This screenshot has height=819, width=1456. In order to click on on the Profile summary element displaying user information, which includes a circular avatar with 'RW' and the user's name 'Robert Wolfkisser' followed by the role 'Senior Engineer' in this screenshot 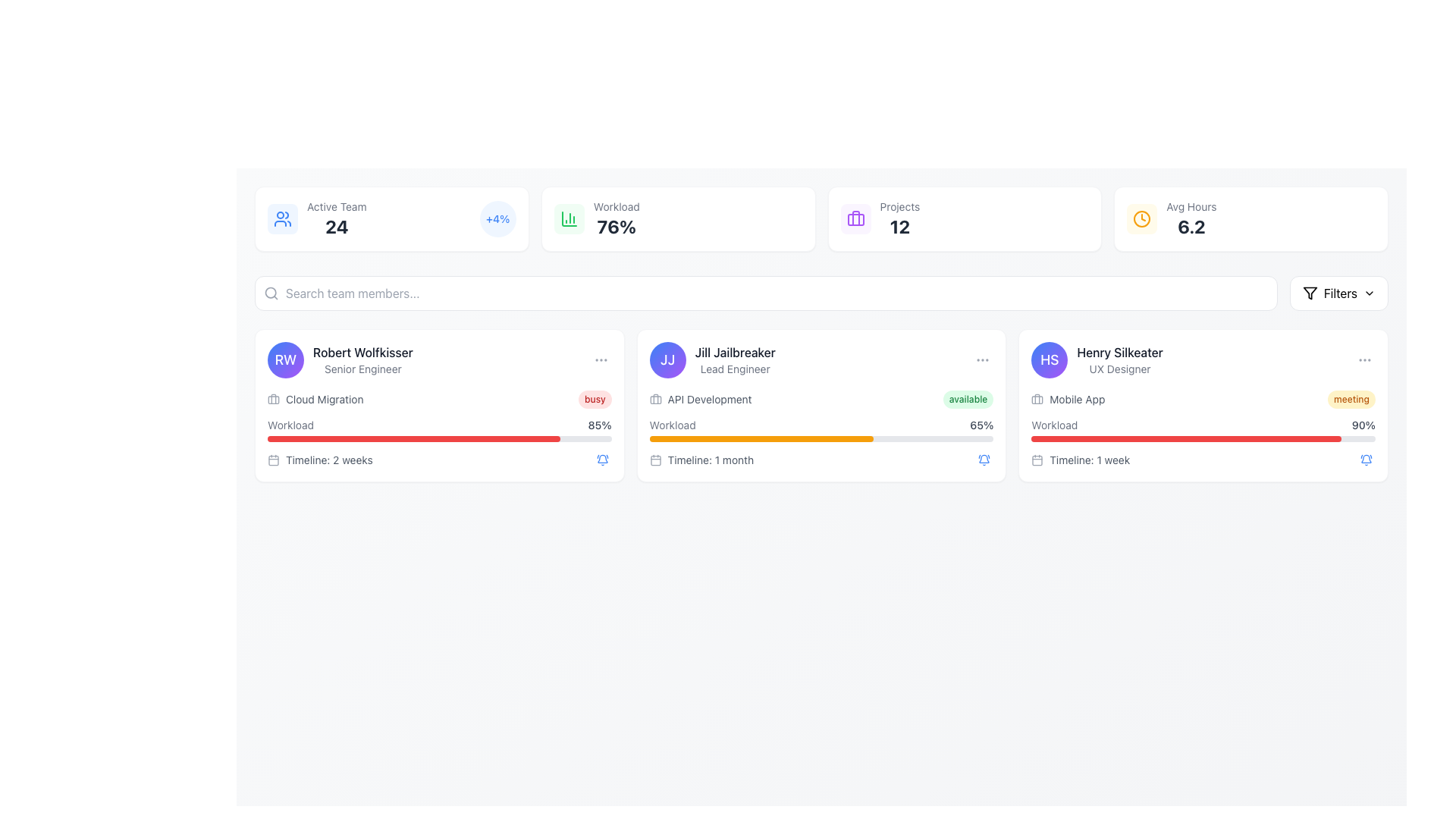, I will do `click(339, 359)`.